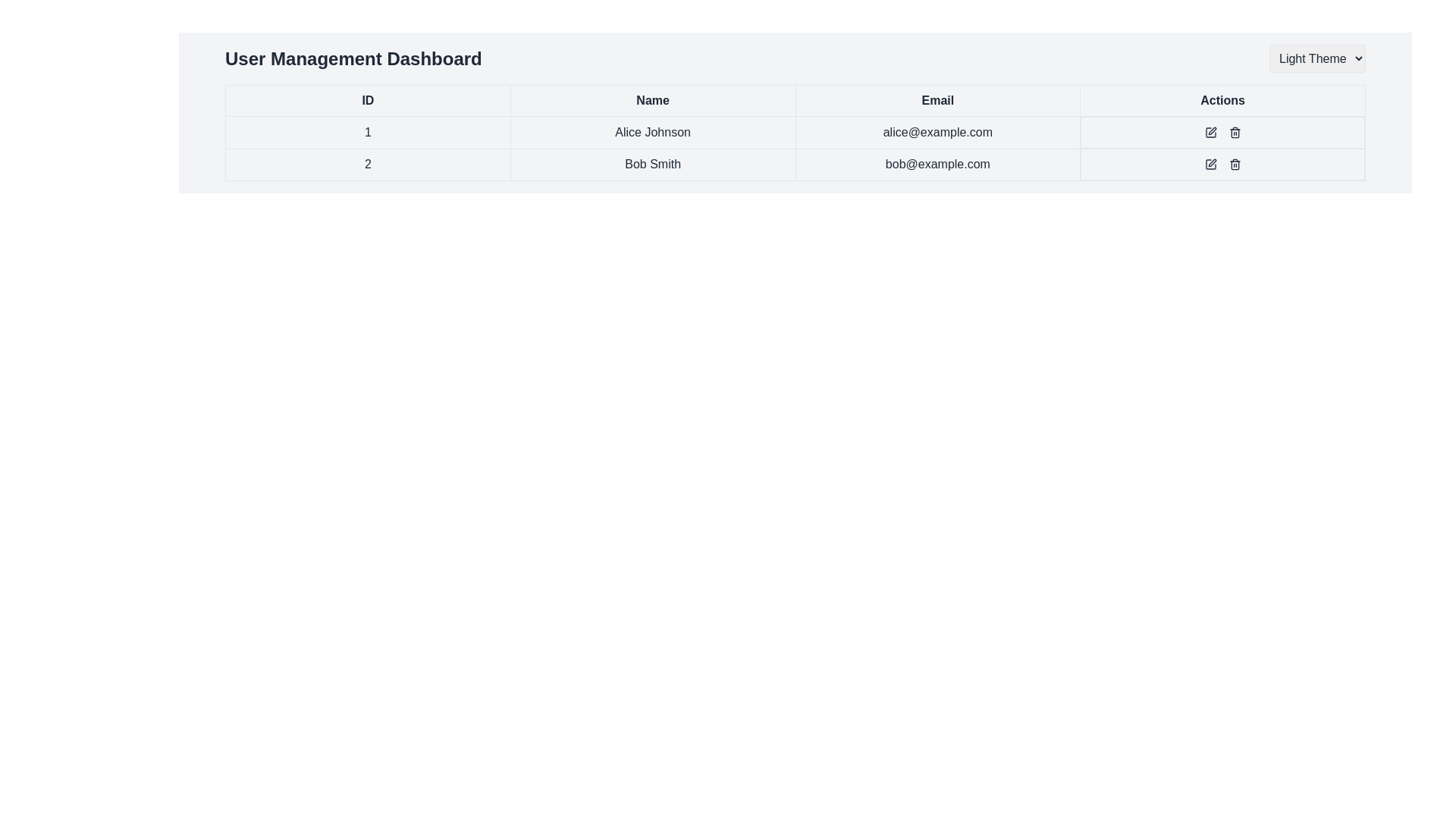 This screenshot has height=819, width=1456. What do you see at coordinates (368, 131) in the screenshot?
I see `the table cell containing the centered text '1'` at bounding box center [368, 131].